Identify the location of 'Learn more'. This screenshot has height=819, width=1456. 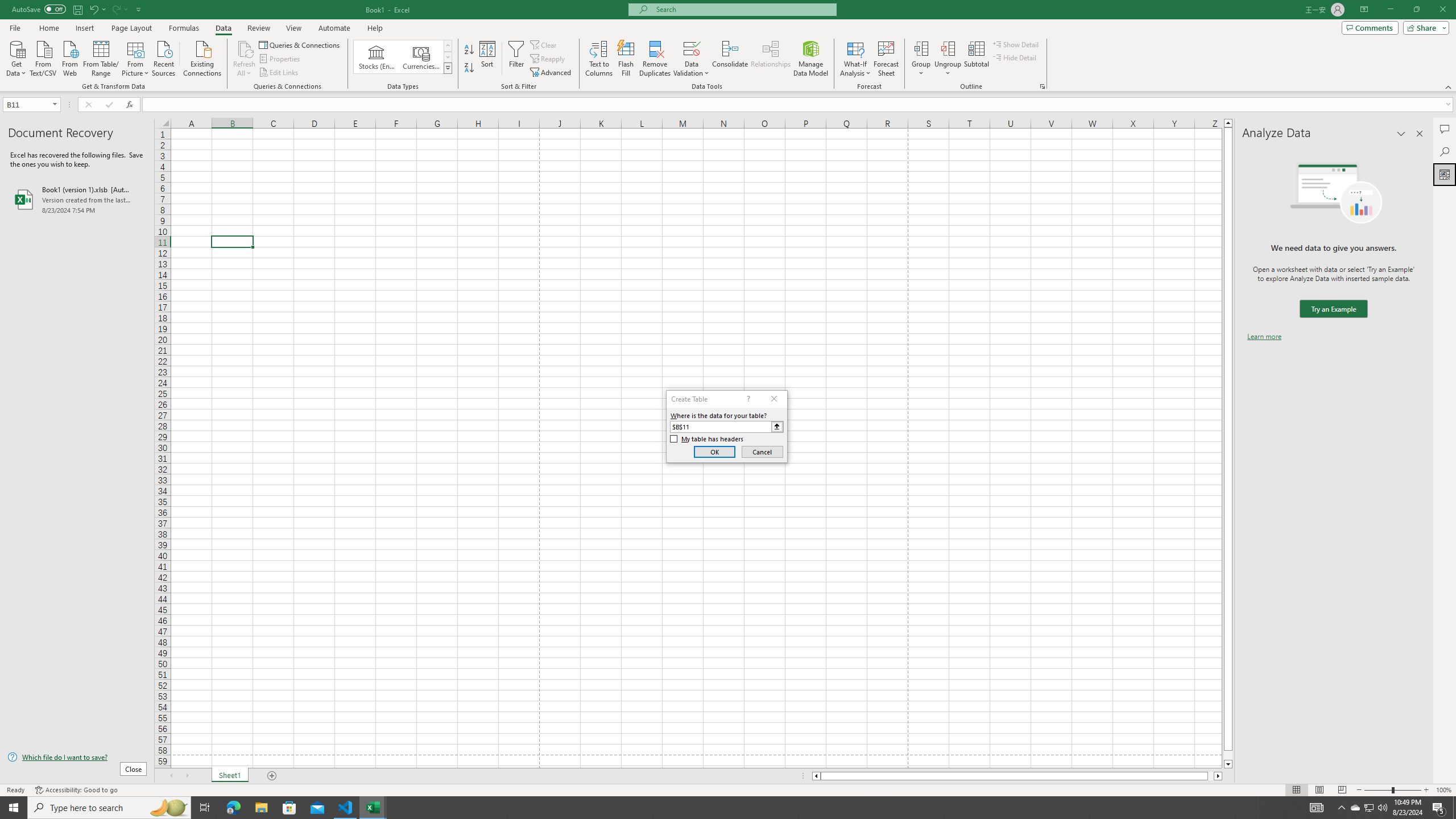
(1264, 336).